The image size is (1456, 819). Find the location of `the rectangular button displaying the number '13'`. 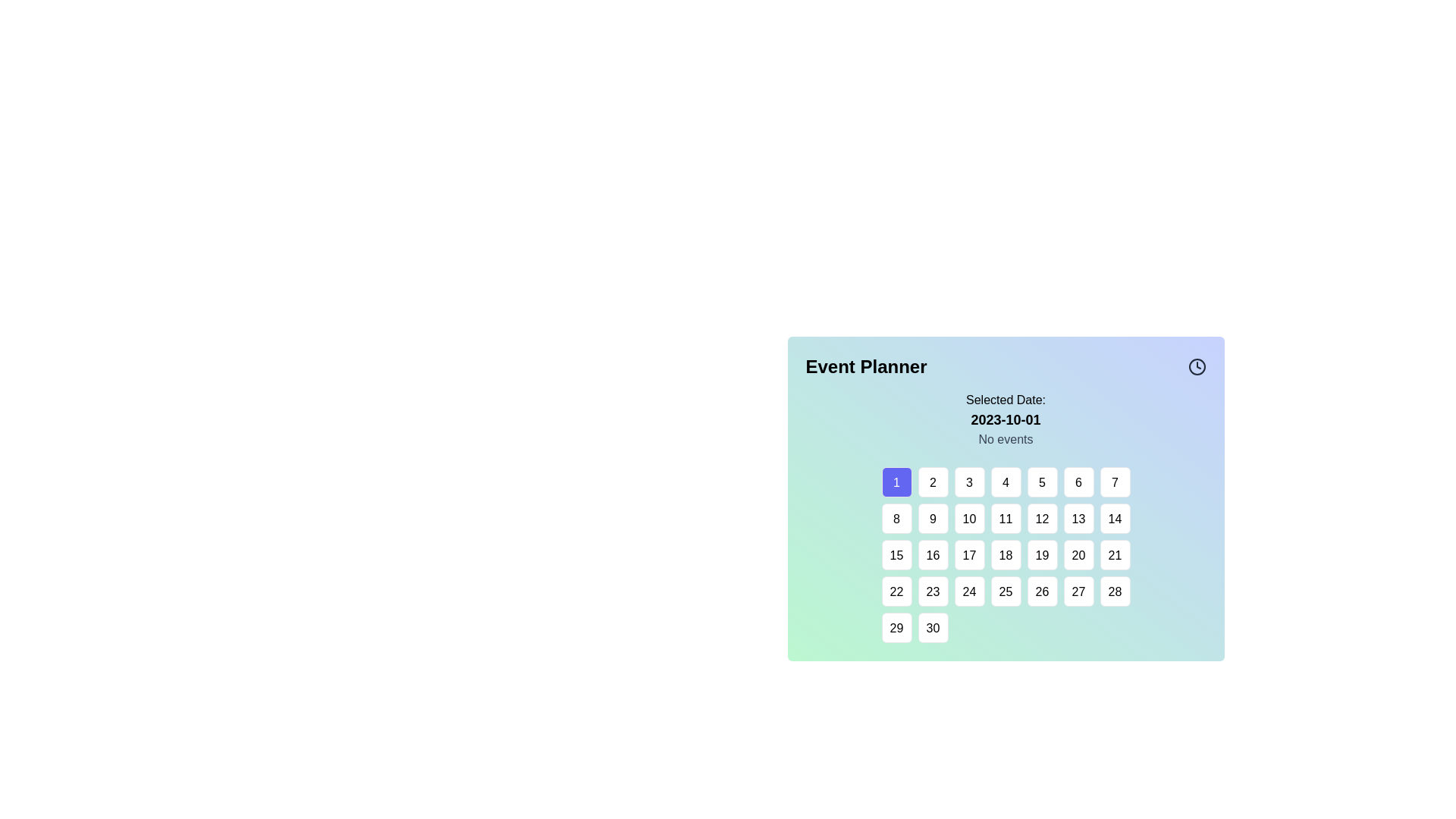

the rectangular button displaying the number '13' is located at coordinates (1078, 517).